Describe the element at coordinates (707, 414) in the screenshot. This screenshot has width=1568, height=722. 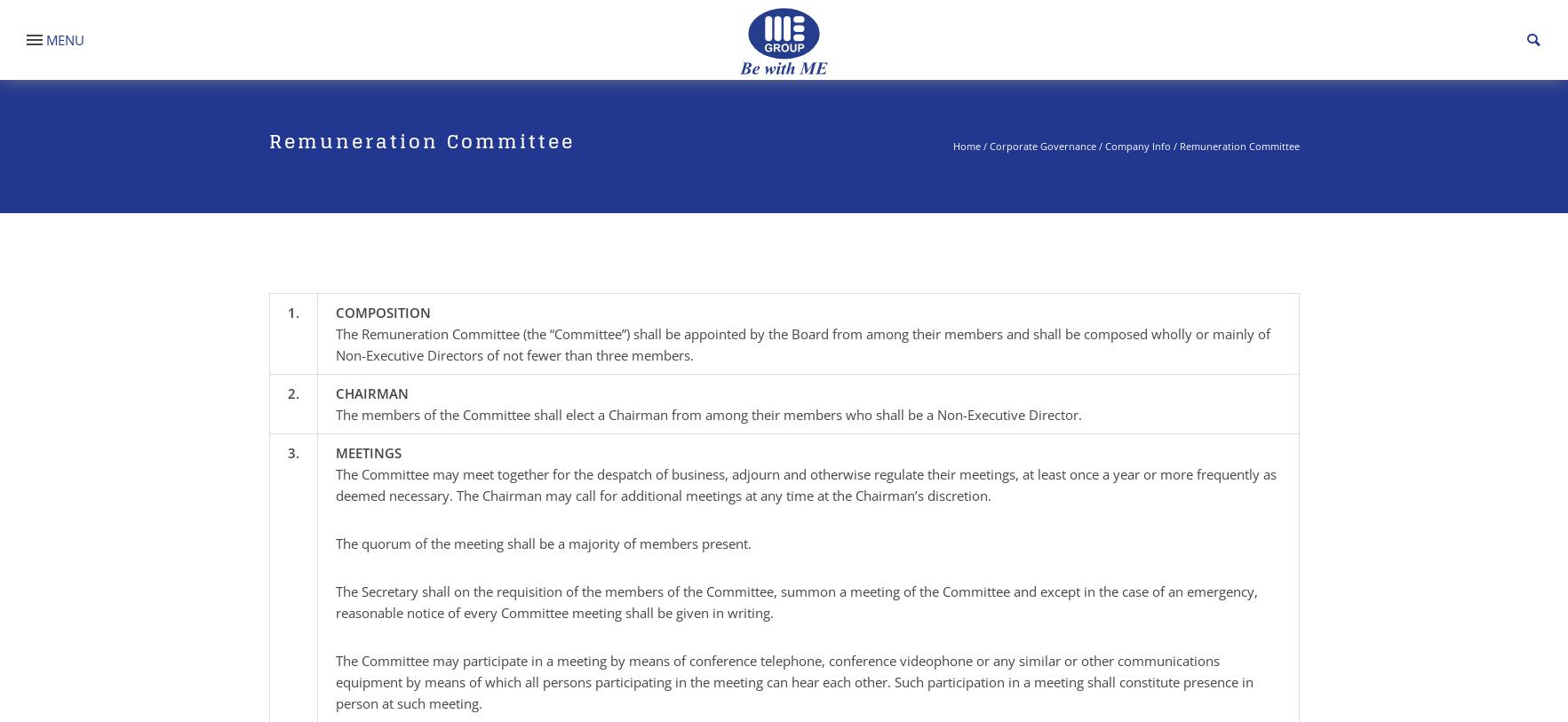
I see `'The members of the Committee shall elect a Chairman from among their members who shall be a Non-Executive Director.'` at that location.